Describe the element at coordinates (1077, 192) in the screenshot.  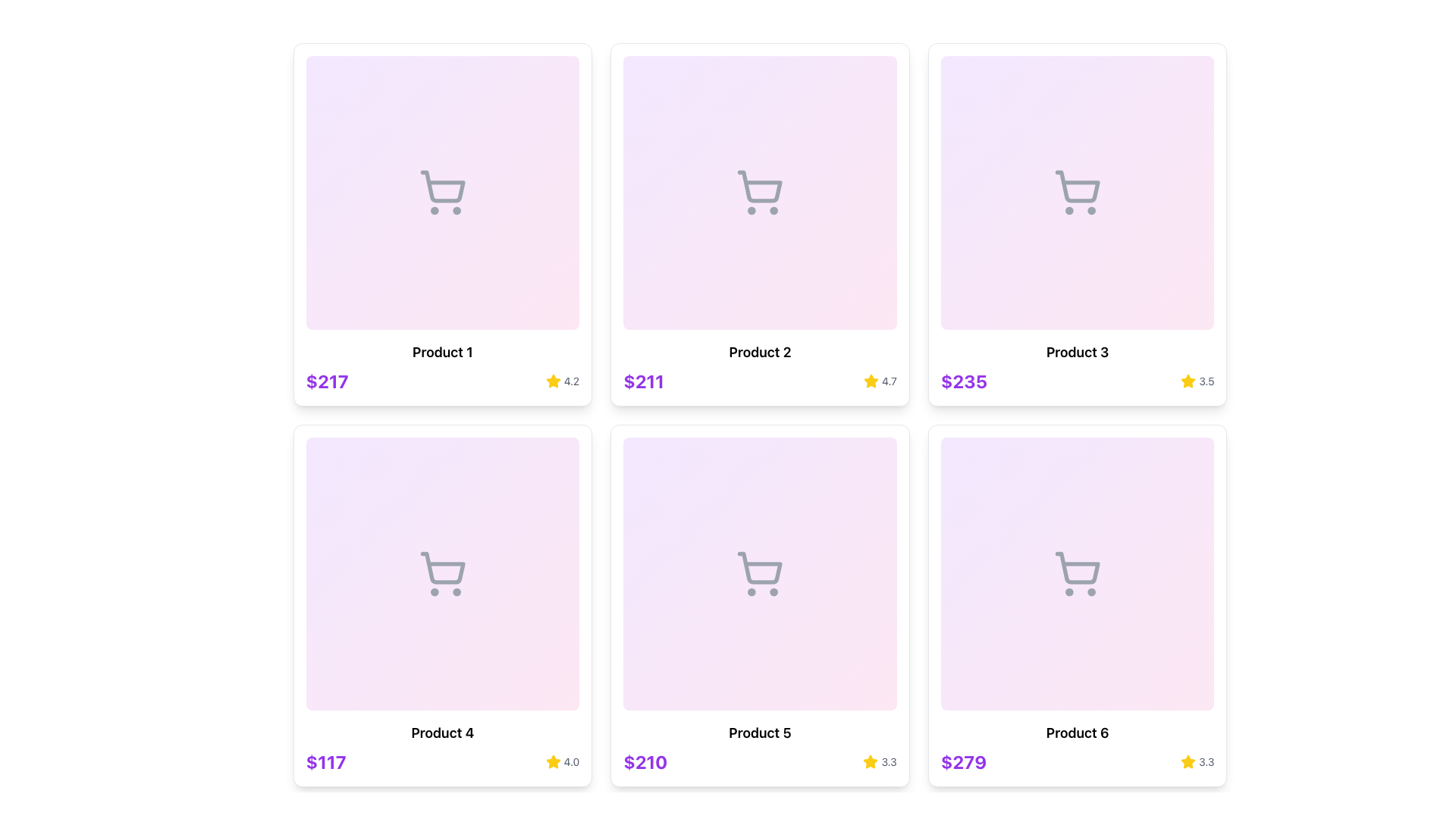
I see `the decorative shopping icon located in the central region of the third card for 'Product 3' in the top row of the product grid` at that location.